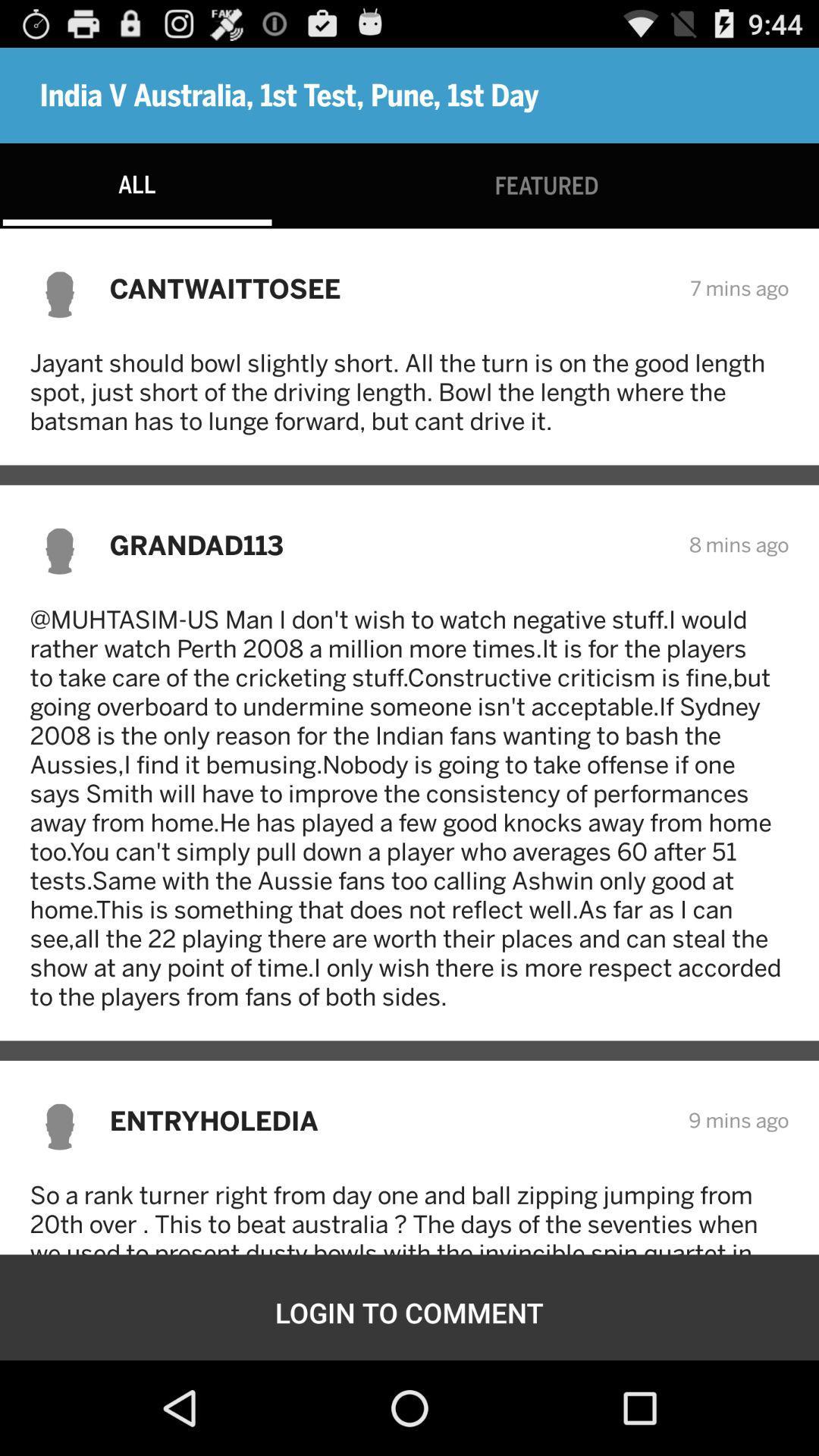 Image resolution: width=819 pixels, height=1456 pixels. I want to click on item next to the 7 mins ago, so click(389, 288).